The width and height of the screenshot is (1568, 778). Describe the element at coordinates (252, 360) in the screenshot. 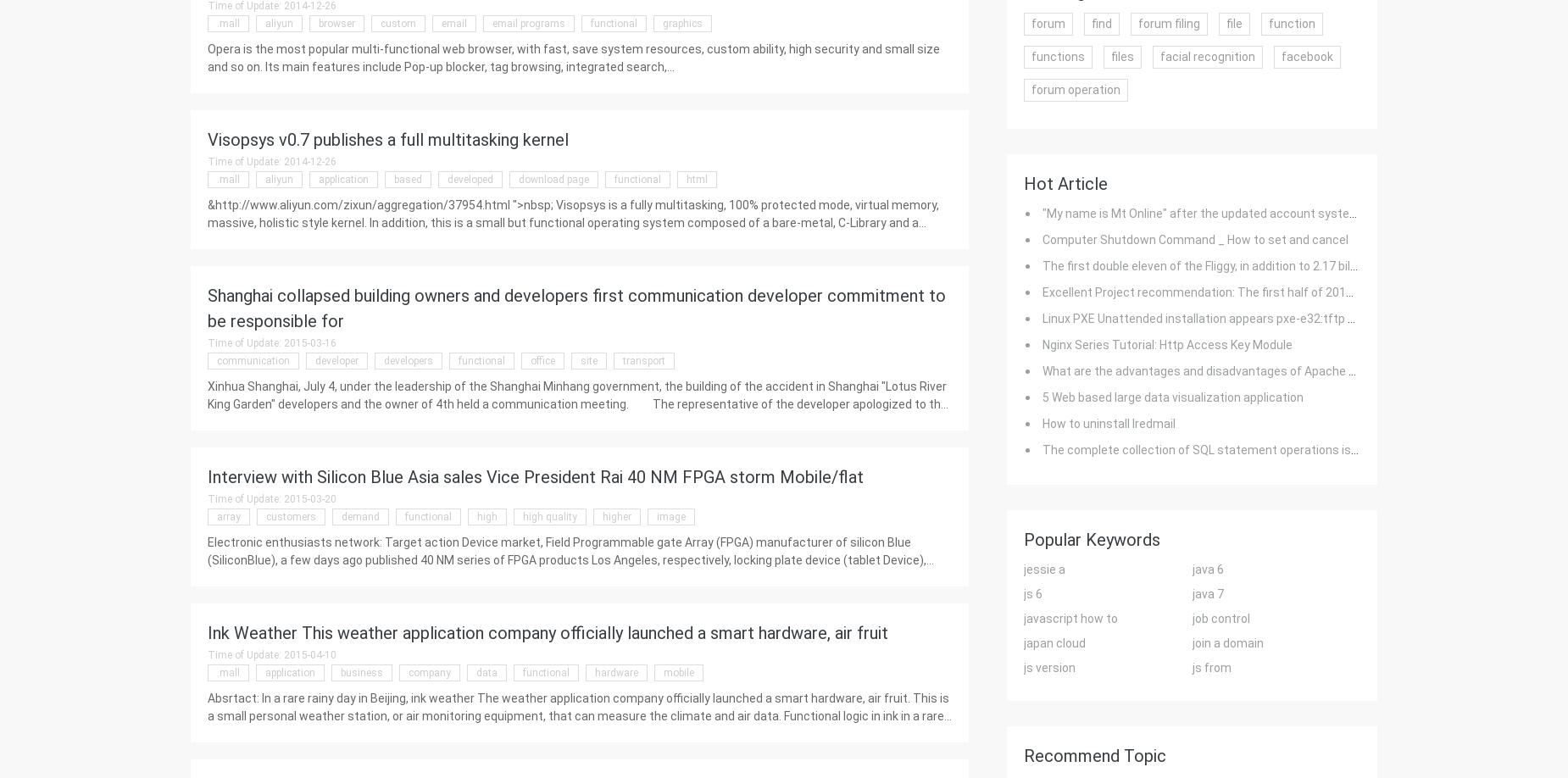

I see `'communication'` at that location.